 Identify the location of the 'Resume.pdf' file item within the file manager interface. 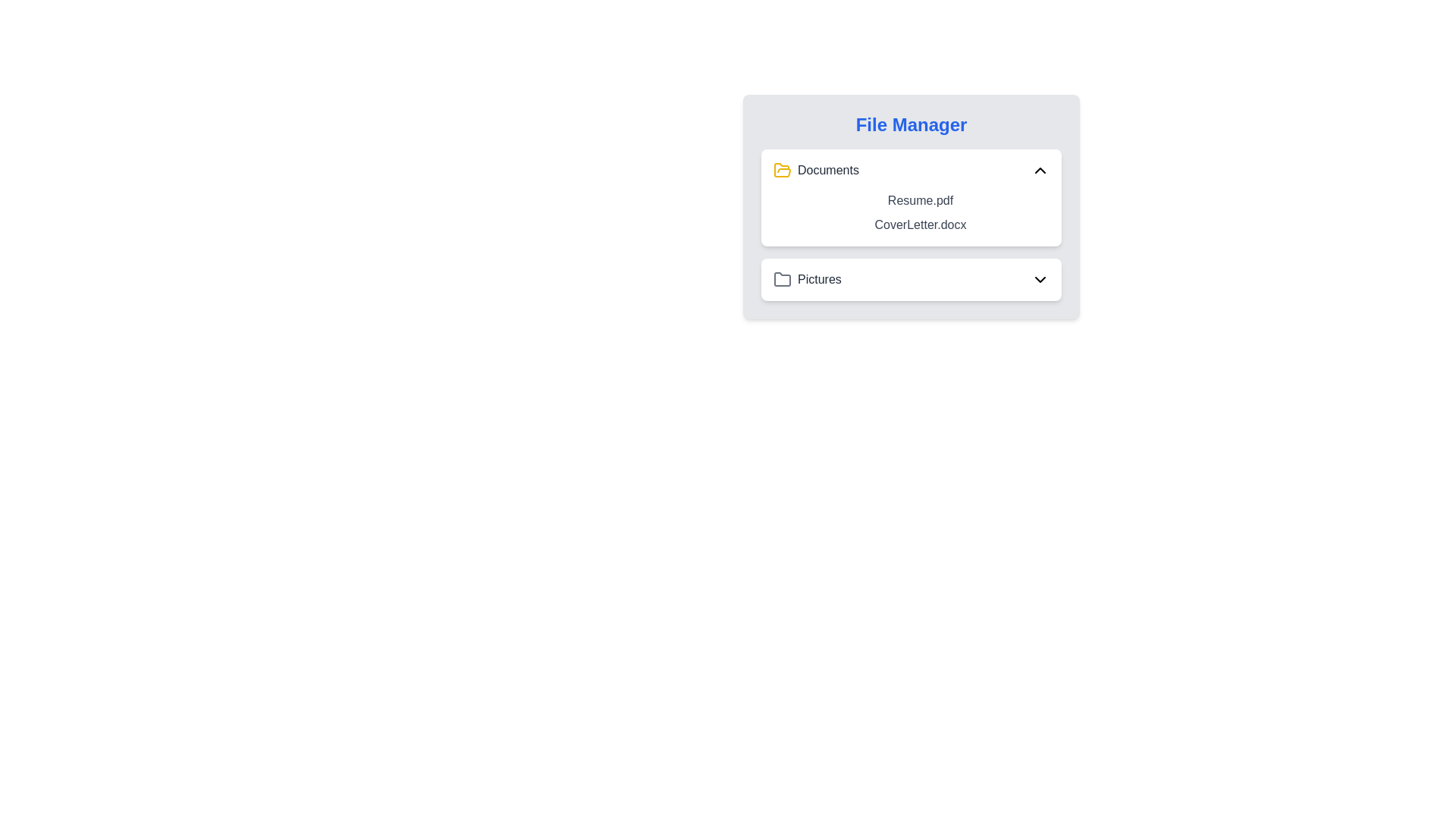
(910, 207).